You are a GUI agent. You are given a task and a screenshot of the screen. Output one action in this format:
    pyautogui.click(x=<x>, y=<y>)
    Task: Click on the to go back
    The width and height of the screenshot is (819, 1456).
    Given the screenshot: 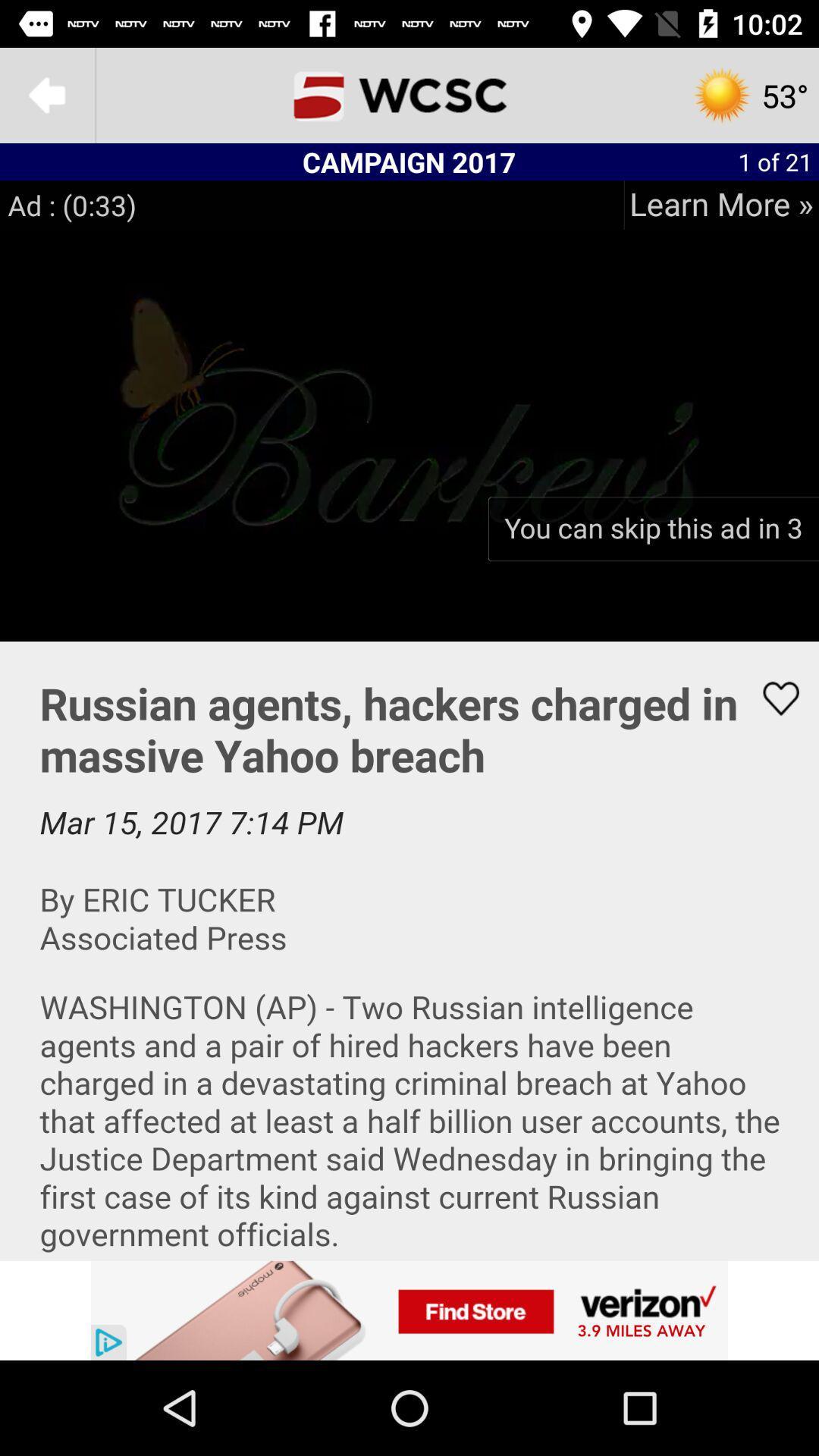 What is the action you would take?
    pyautogui.click(x=46, y=94)
    